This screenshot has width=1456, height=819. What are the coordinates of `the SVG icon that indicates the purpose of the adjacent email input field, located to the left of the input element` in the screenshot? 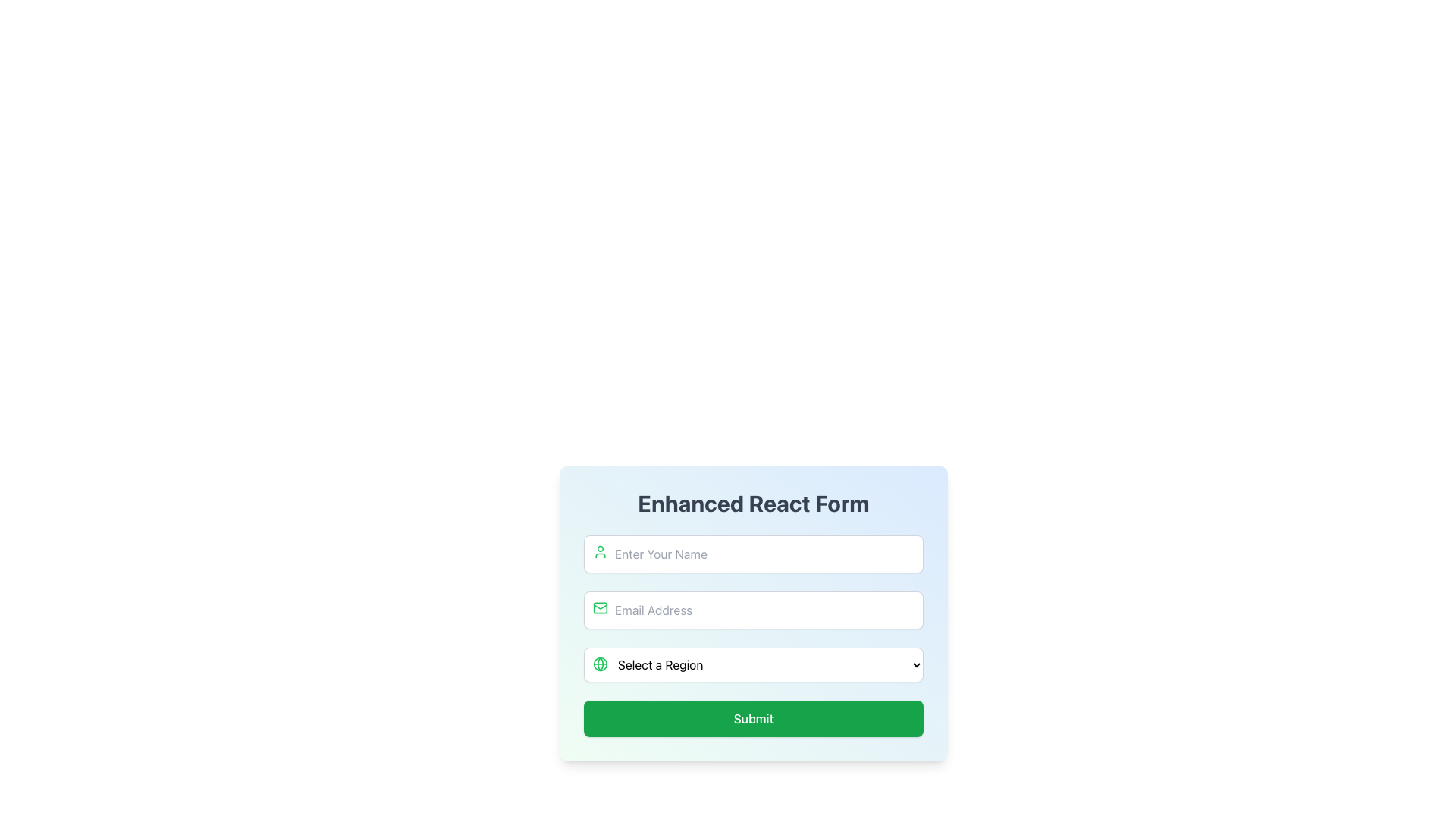 It's located at (600, 607).